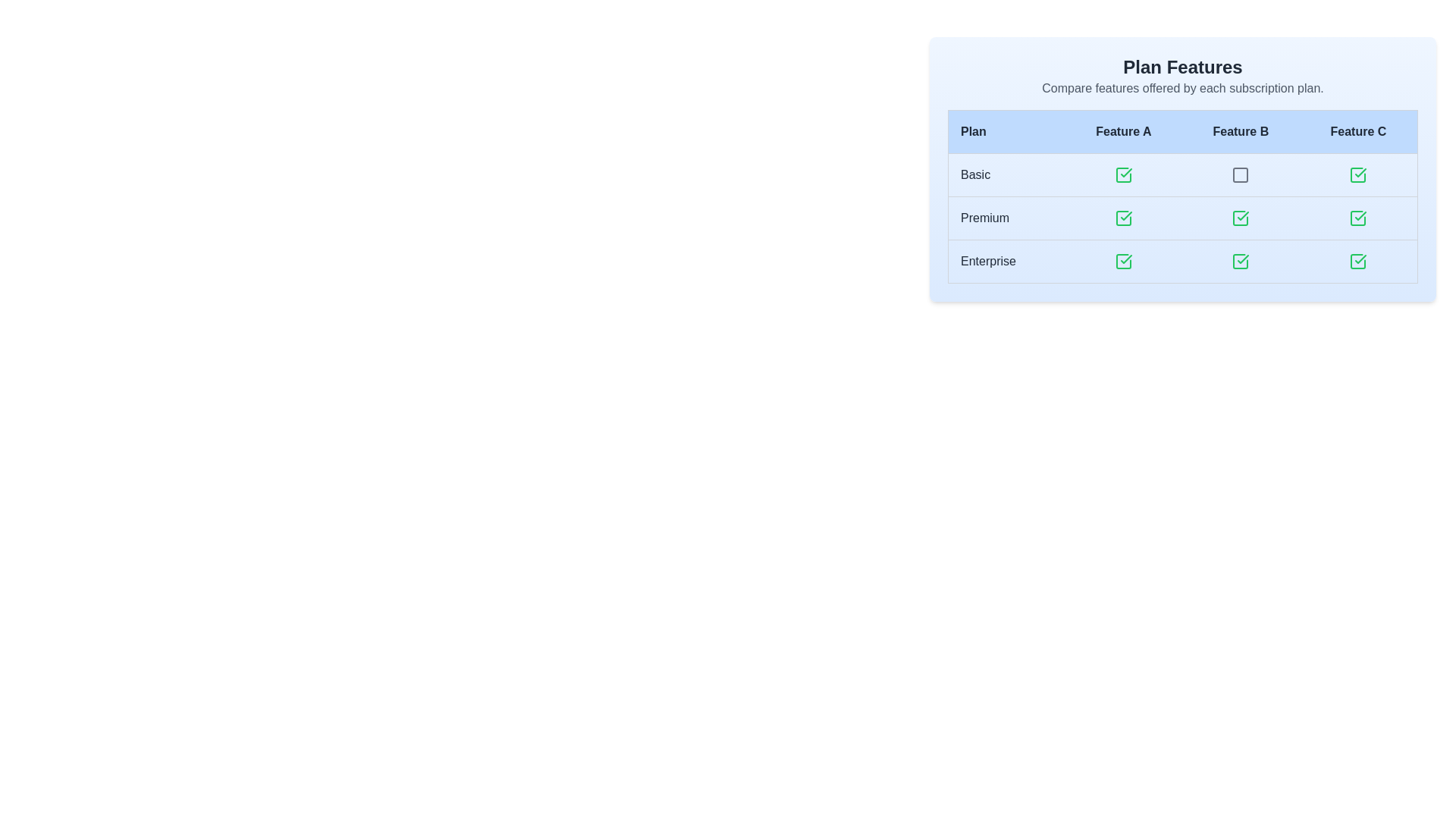 This screenshot has height=819, width=1456. I want to click on the static text label reading 'Enterprise', which is located in the leftmost column of the table under the 'Plan Features' title, positioned below 'Basic' and 'Premium', so click(1006, 260).